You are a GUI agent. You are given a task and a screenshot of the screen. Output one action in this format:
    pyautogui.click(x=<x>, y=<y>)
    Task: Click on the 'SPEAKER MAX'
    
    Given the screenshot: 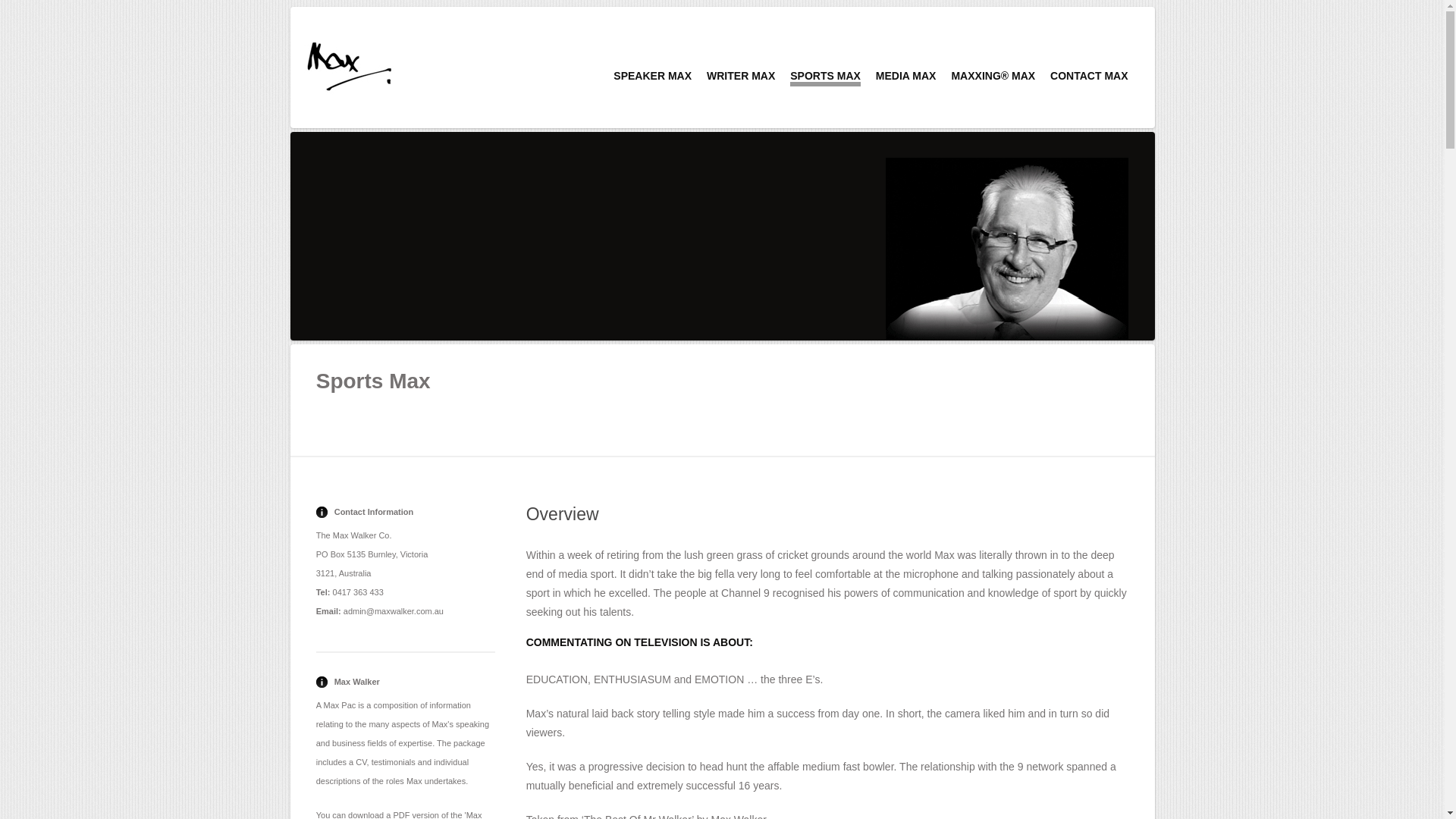 What is the action you would take?
    pyautogui.click(x=652, y=76)
    